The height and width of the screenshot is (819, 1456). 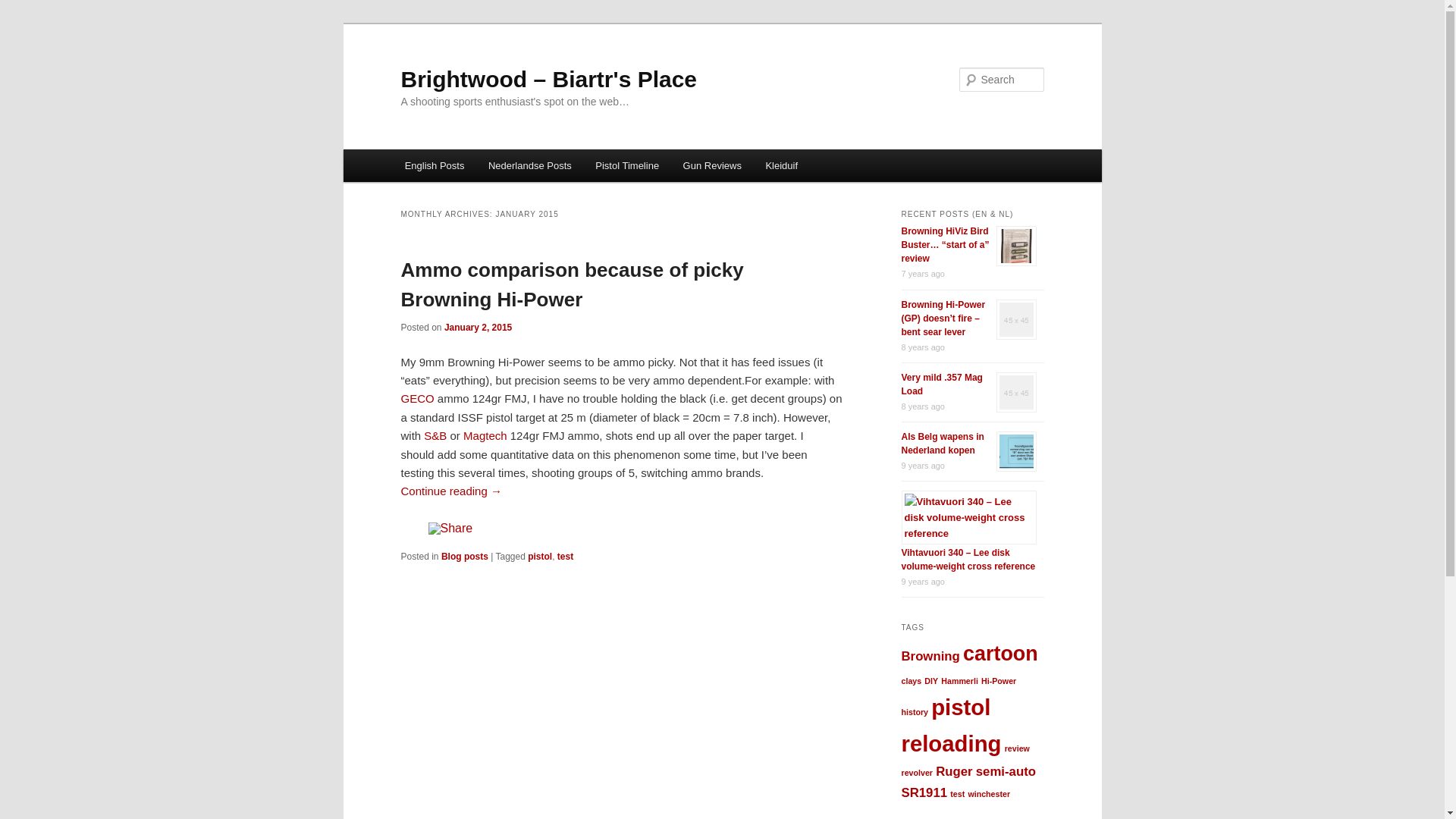 What do you see at coordinates (941, 444) in the screenshot?
I see `'Als Belg wapens in Nederland kopen'` at bounding box center [941, 444].